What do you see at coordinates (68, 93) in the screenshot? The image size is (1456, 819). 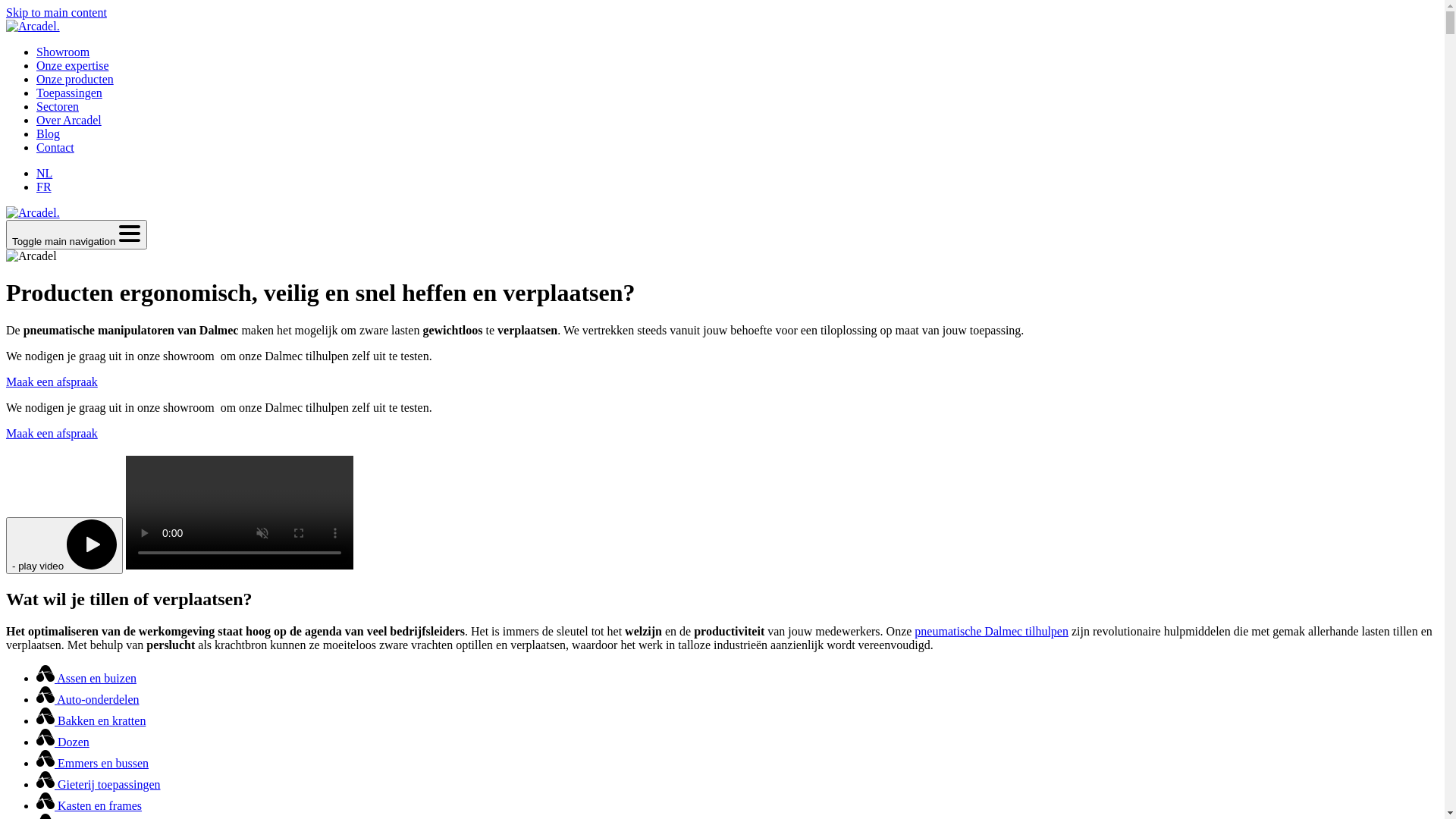 I see `'Toepassingen'` at bounding box center [68, 93].